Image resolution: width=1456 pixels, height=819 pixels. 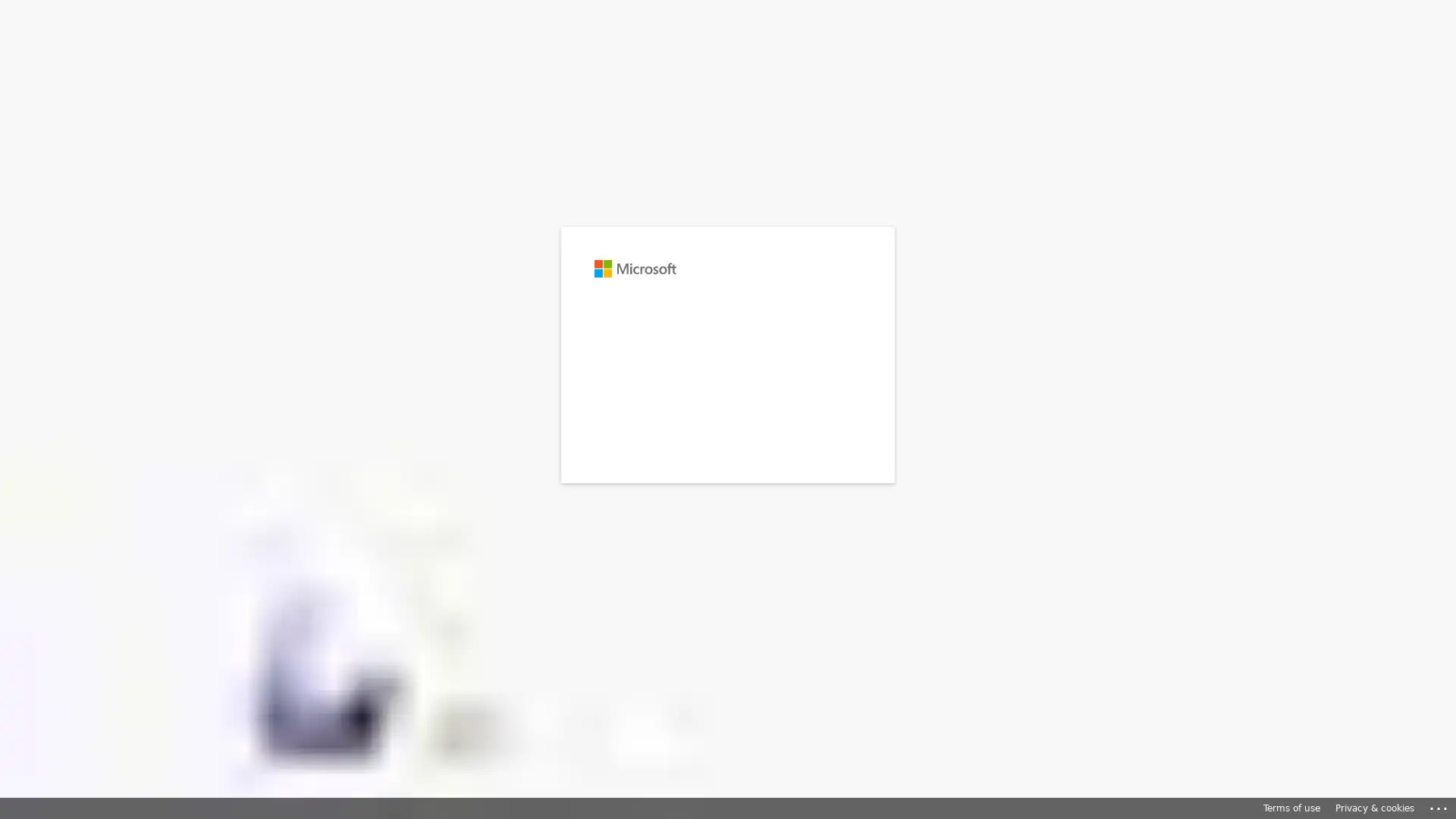 What do you see at coordinates (1439, 805) in the screenshot?
I see `Click here for troubleshooting information` at bounding box center [1439, 805].